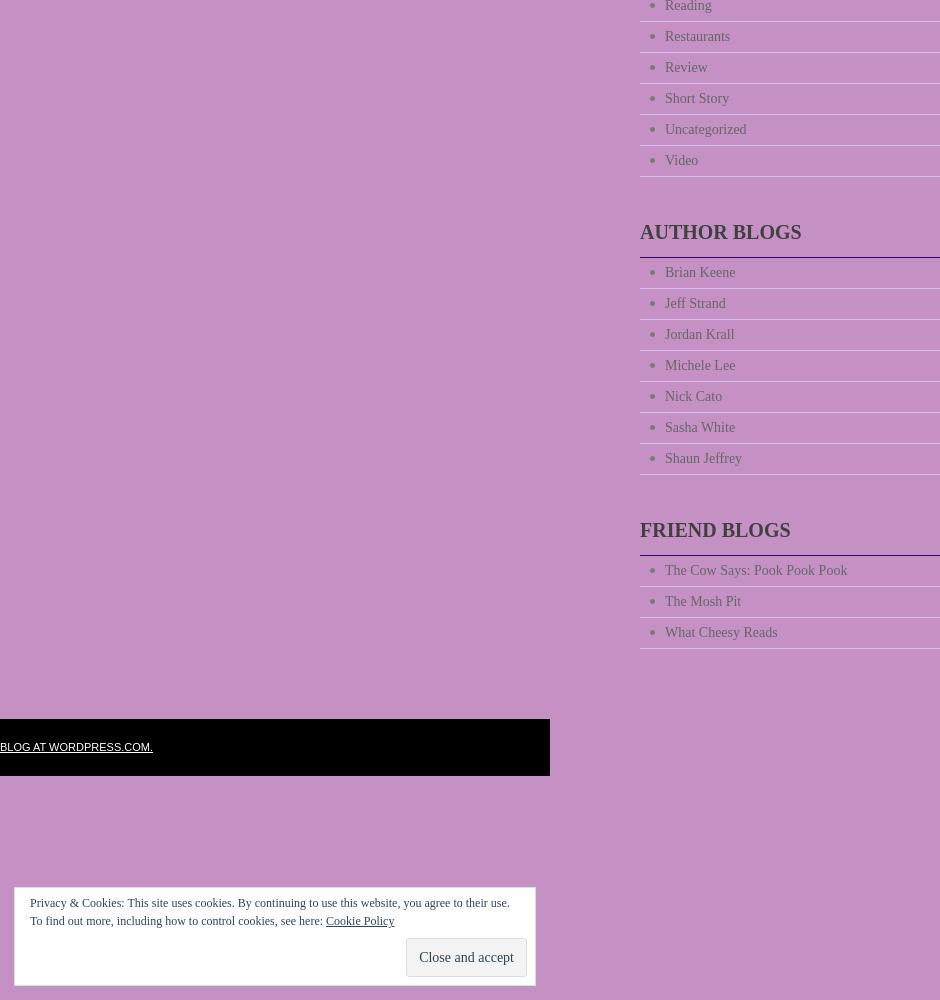  I want to click on 'Blog at WordPress.com.', so click(75, 746).